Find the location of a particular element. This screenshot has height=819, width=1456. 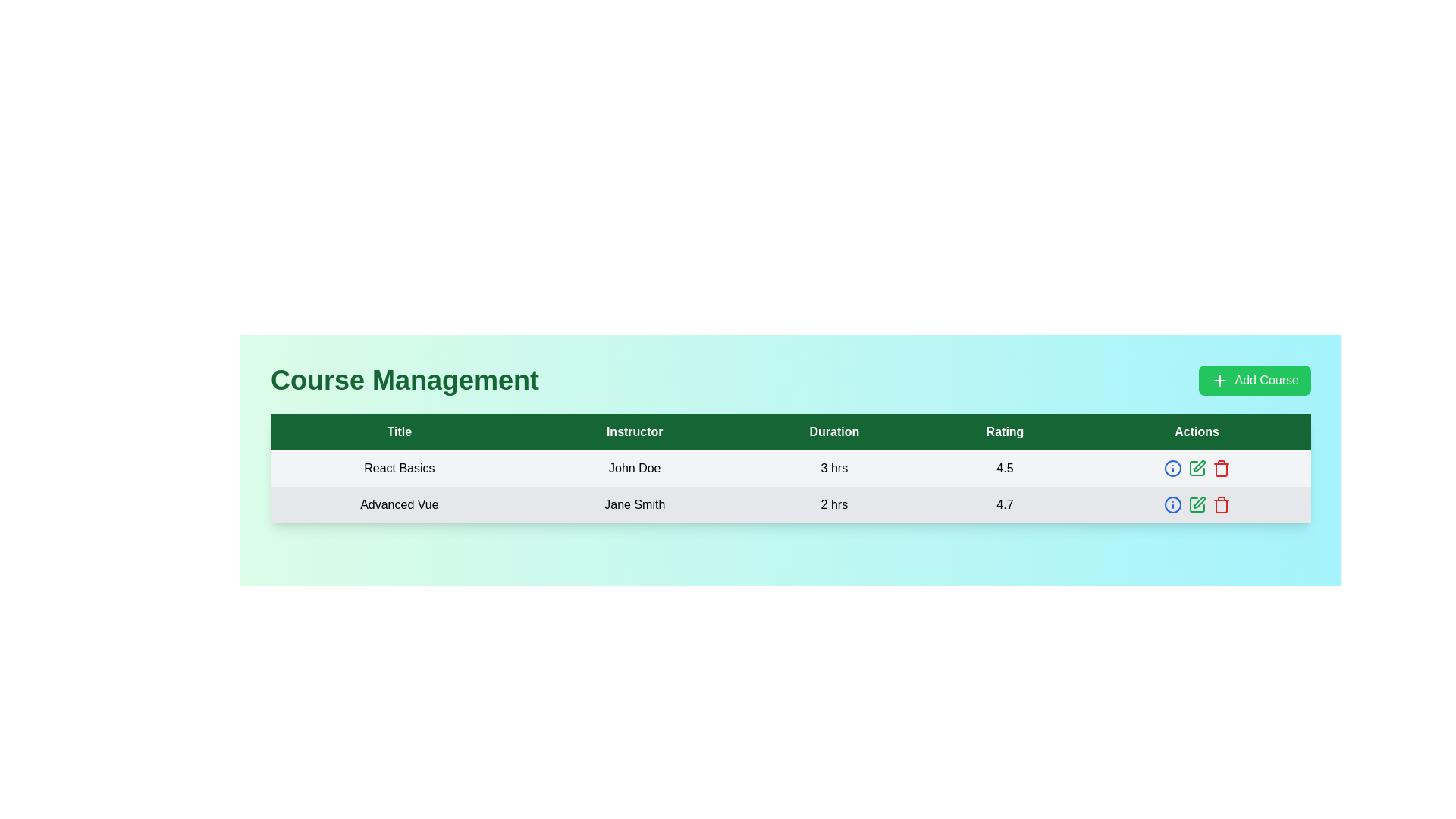

the label displaying the duration of the 'React Basics' course, located in the third column of the first row under the 'Duration' header, between 'John Doe' and '4.5' is located at coordinates (833, 467).